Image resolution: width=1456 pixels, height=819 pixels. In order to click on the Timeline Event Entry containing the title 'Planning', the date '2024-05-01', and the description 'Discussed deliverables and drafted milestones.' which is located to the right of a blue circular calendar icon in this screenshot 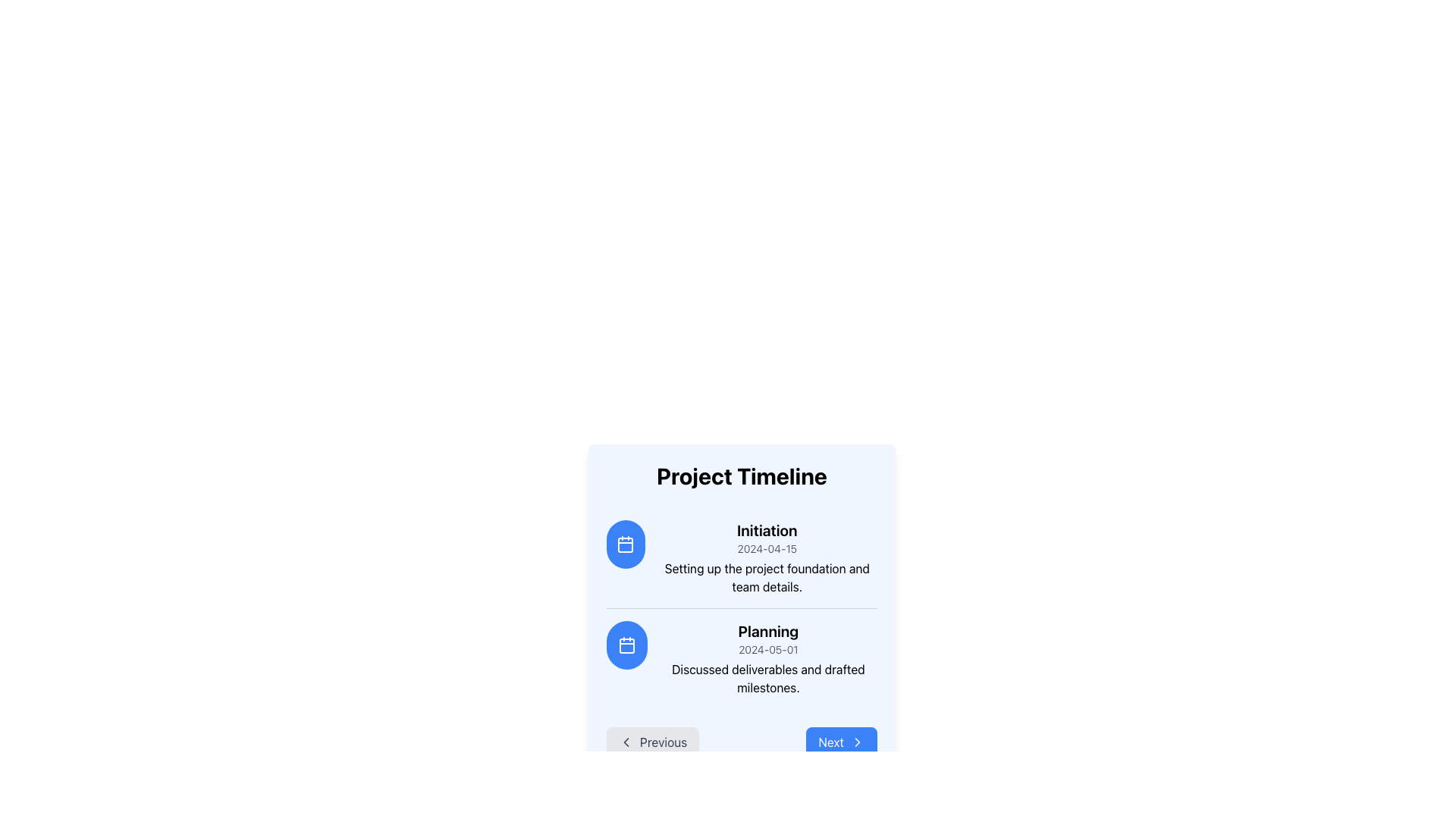, I will do `click(768, 657)`.